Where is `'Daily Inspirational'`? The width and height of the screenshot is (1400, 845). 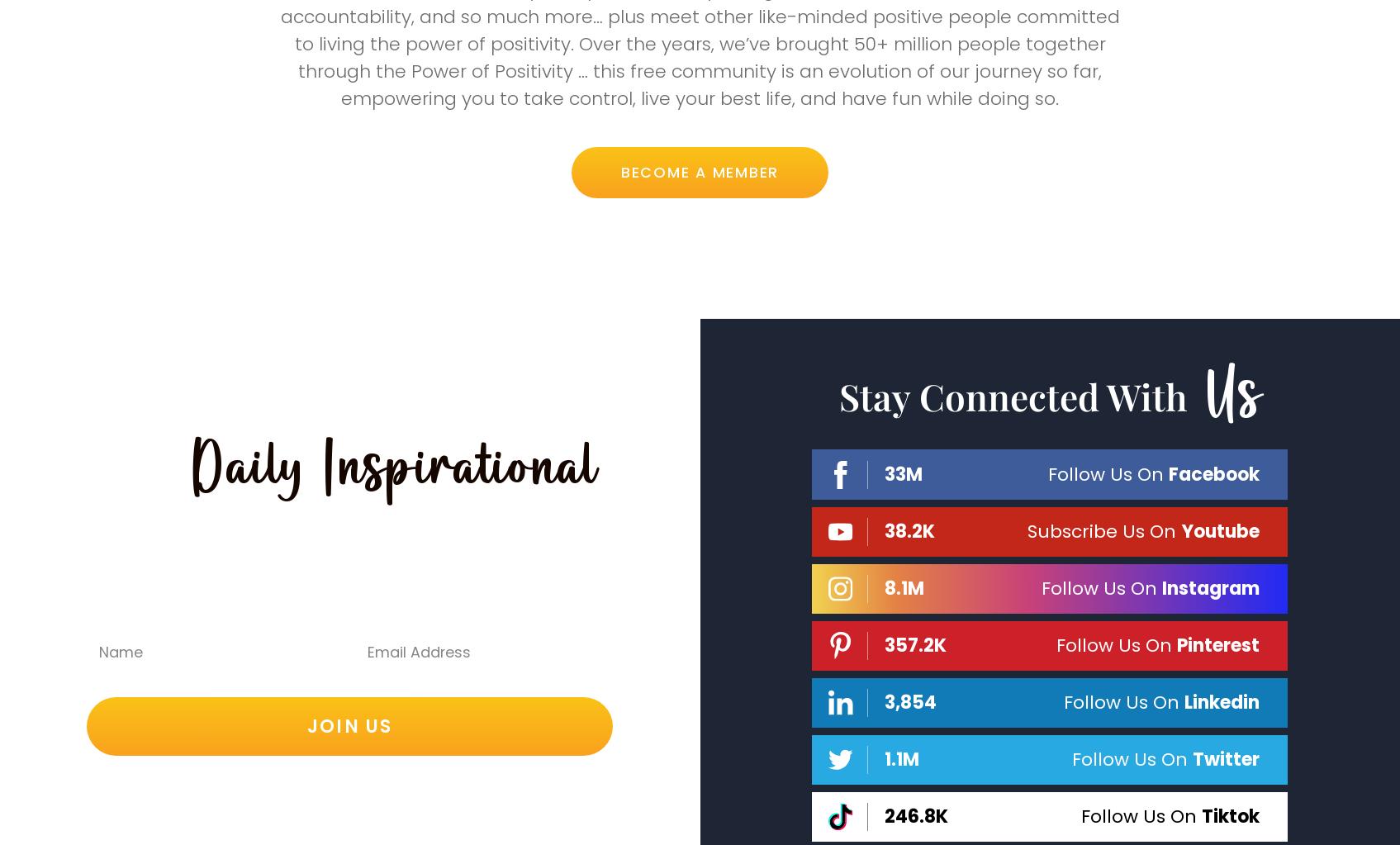 'Daily Inspirational' is located at coordinates (391, 503).